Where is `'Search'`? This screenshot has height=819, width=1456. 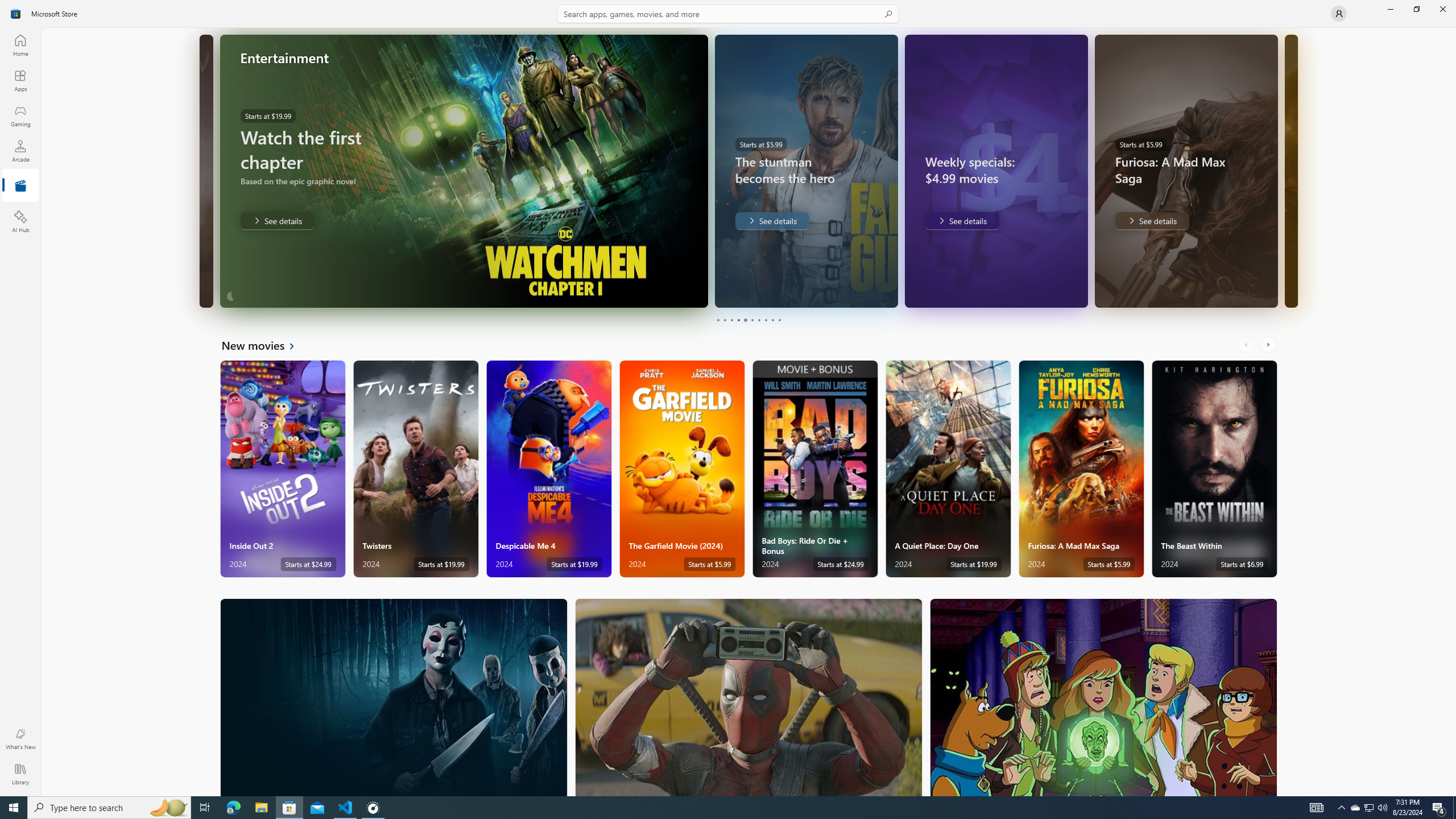
'Search' is located at coordinates (728, 13).